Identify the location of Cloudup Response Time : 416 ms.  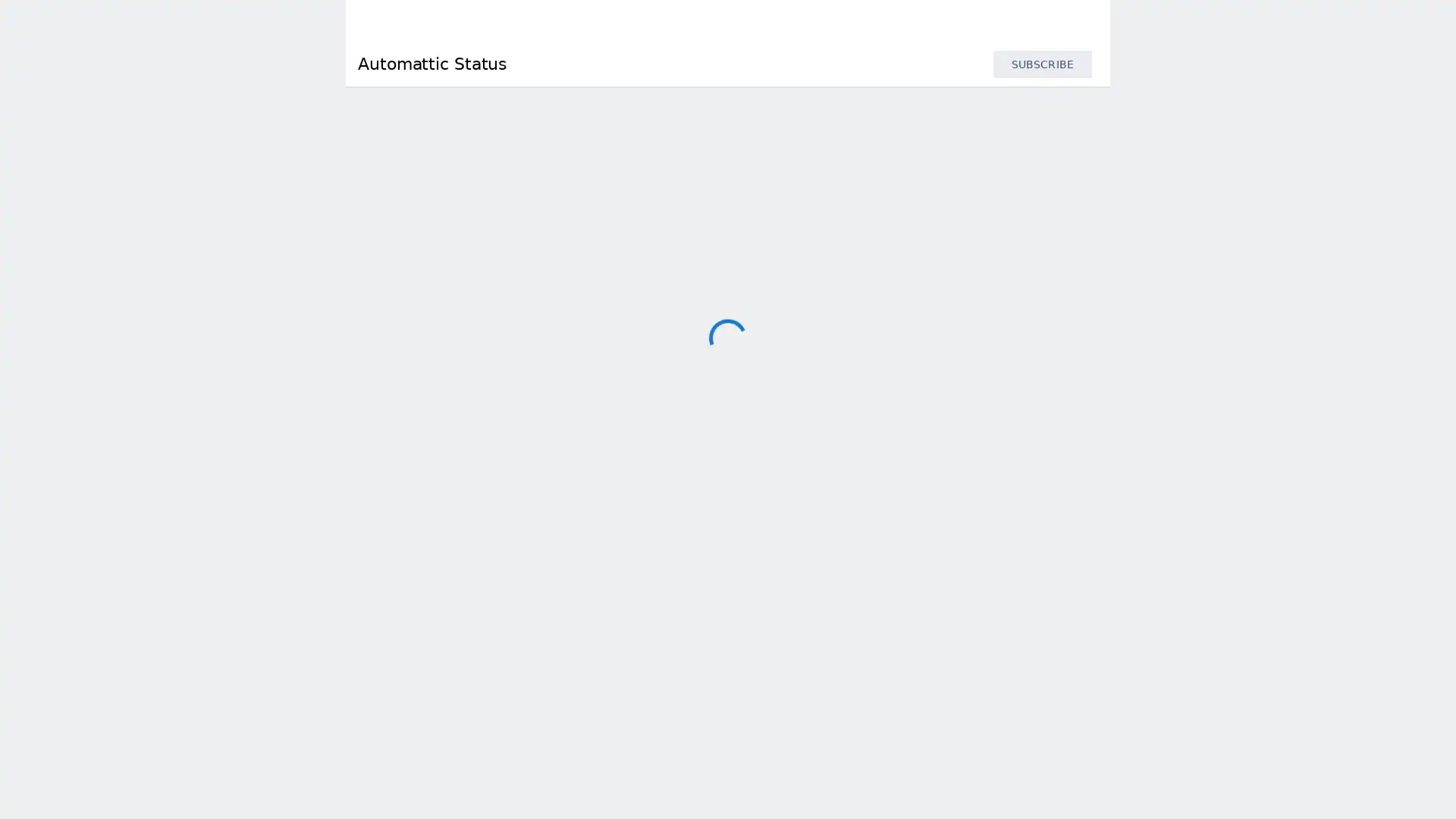
(635, 315).